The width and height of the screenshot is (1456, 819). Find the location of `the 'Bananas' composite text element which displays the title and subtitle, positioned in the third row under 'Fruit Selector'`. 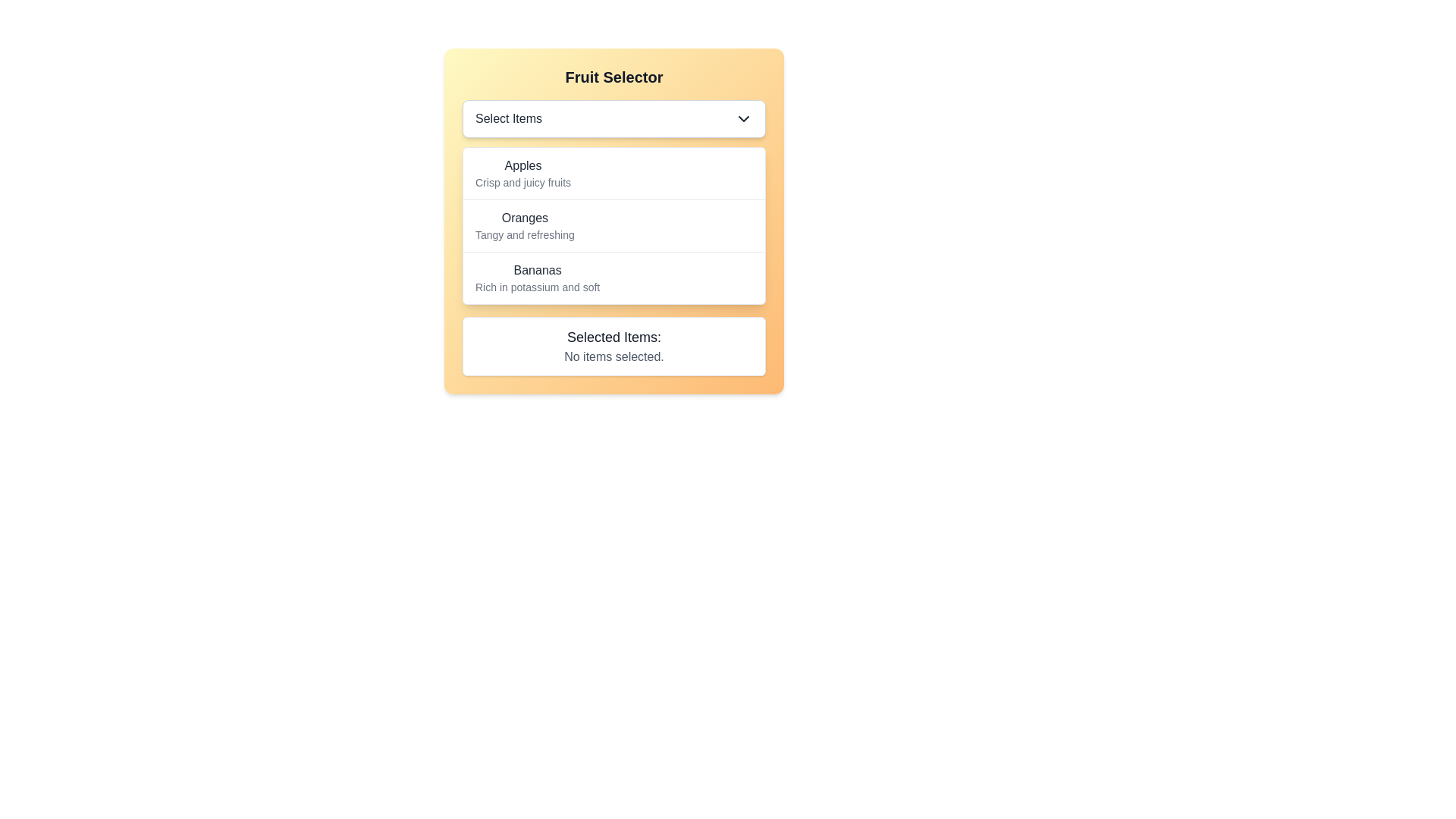

the 'Bananas' composite text element which displays the title and subtitle, positioned in the third row under 'Fruit Selector' is located at coordinates (538, 278).